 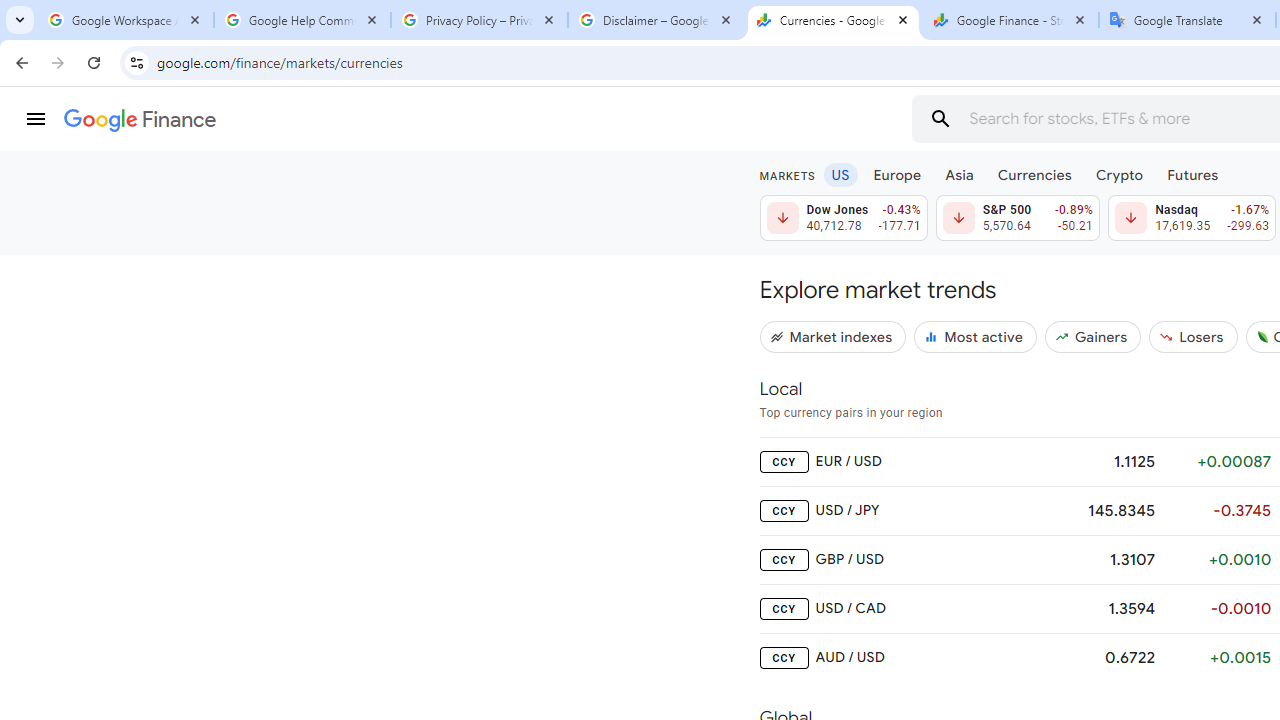 What do you see at coordinates (833, 20) in the screenshot?
I see `'Currencies - Google Finance'` at bounding box center [833, 20].